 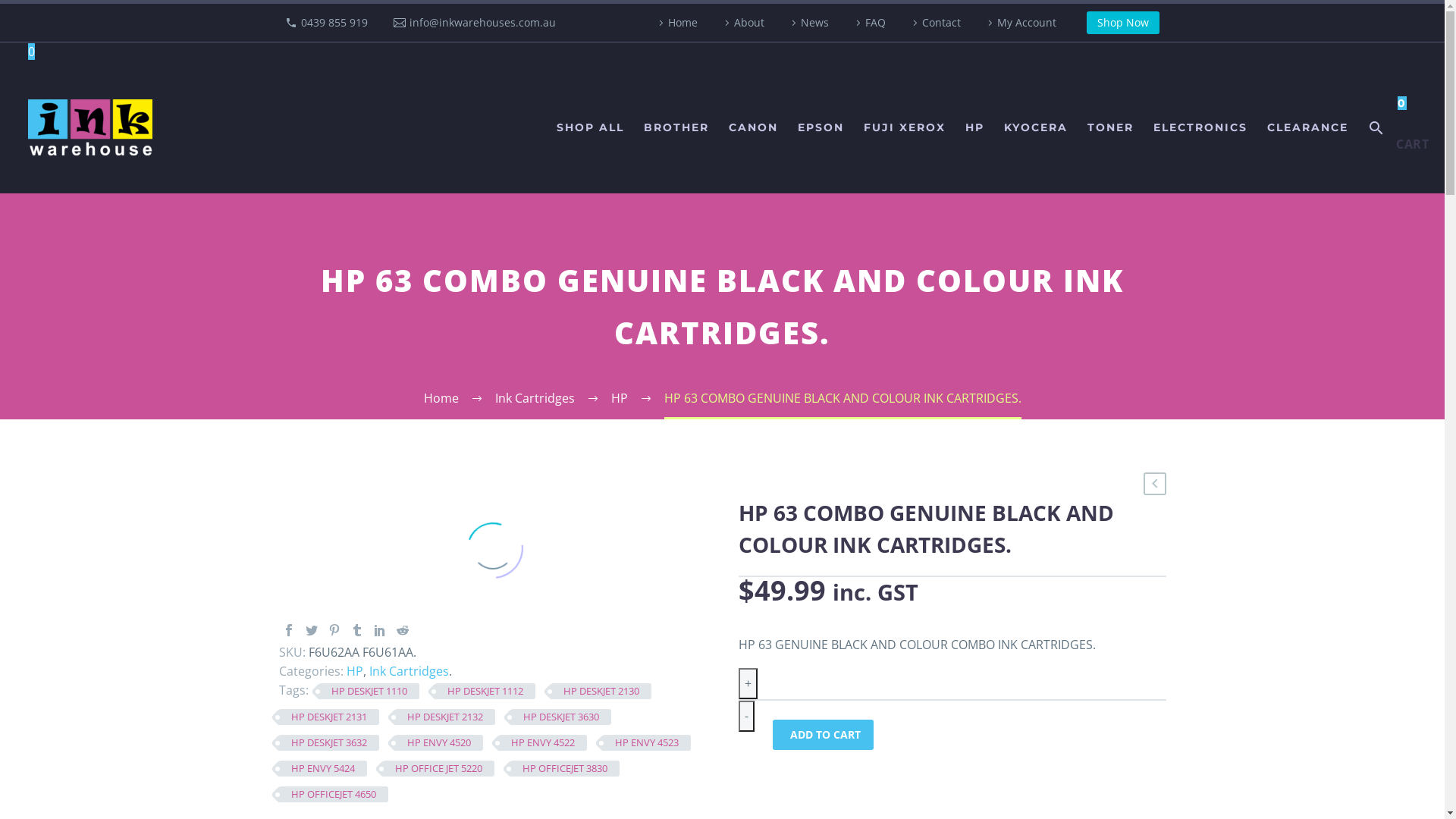 What do you see at coordinates (334, 22) in the screenshot?
I see `'0439 855 919'` at bounding box center [334, 22].